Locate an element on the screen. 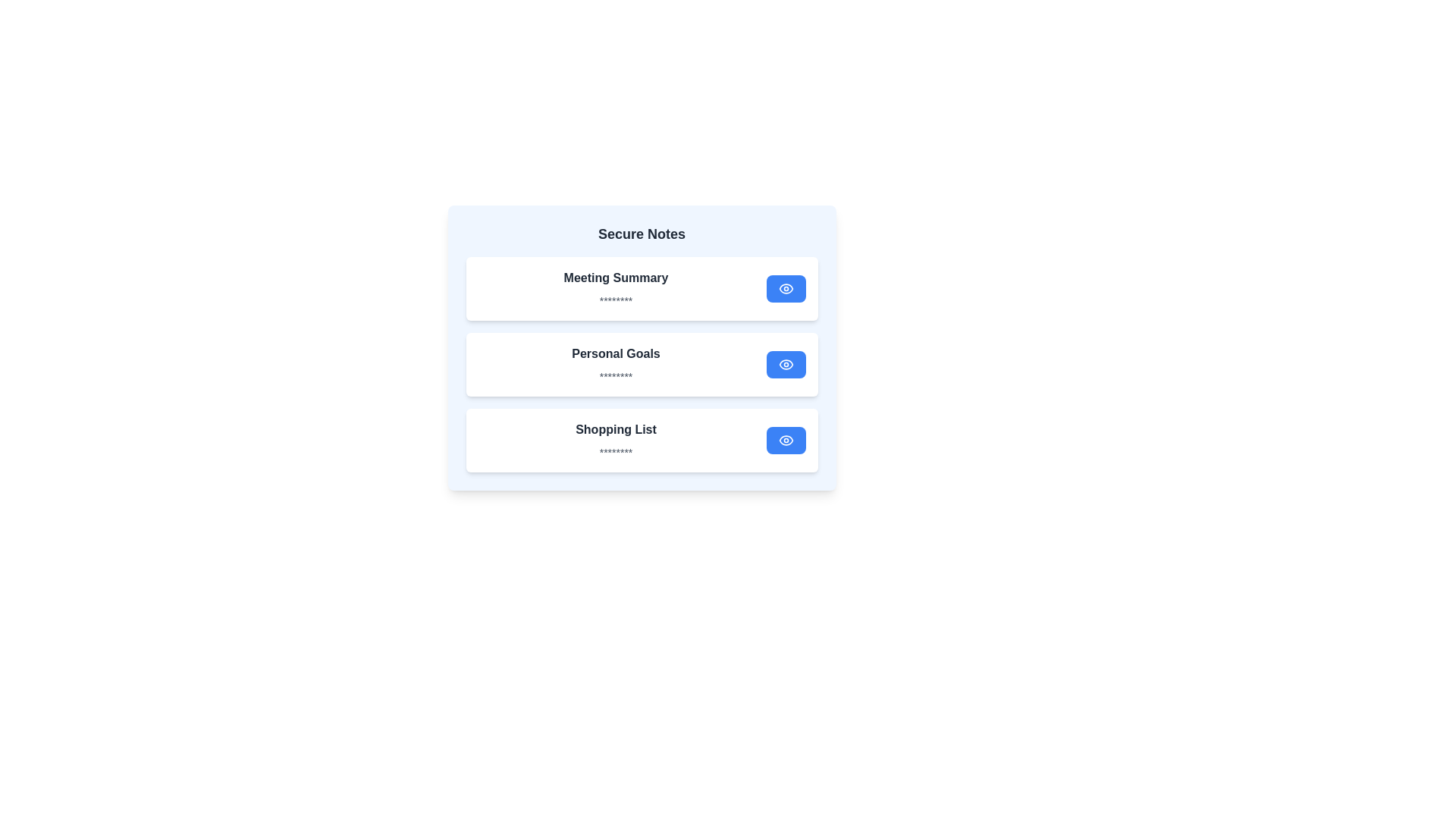 This screenshot has width=1456, height=819. the 'eye' button next to the note title to reveal its content is located at coordinates (786, 289).